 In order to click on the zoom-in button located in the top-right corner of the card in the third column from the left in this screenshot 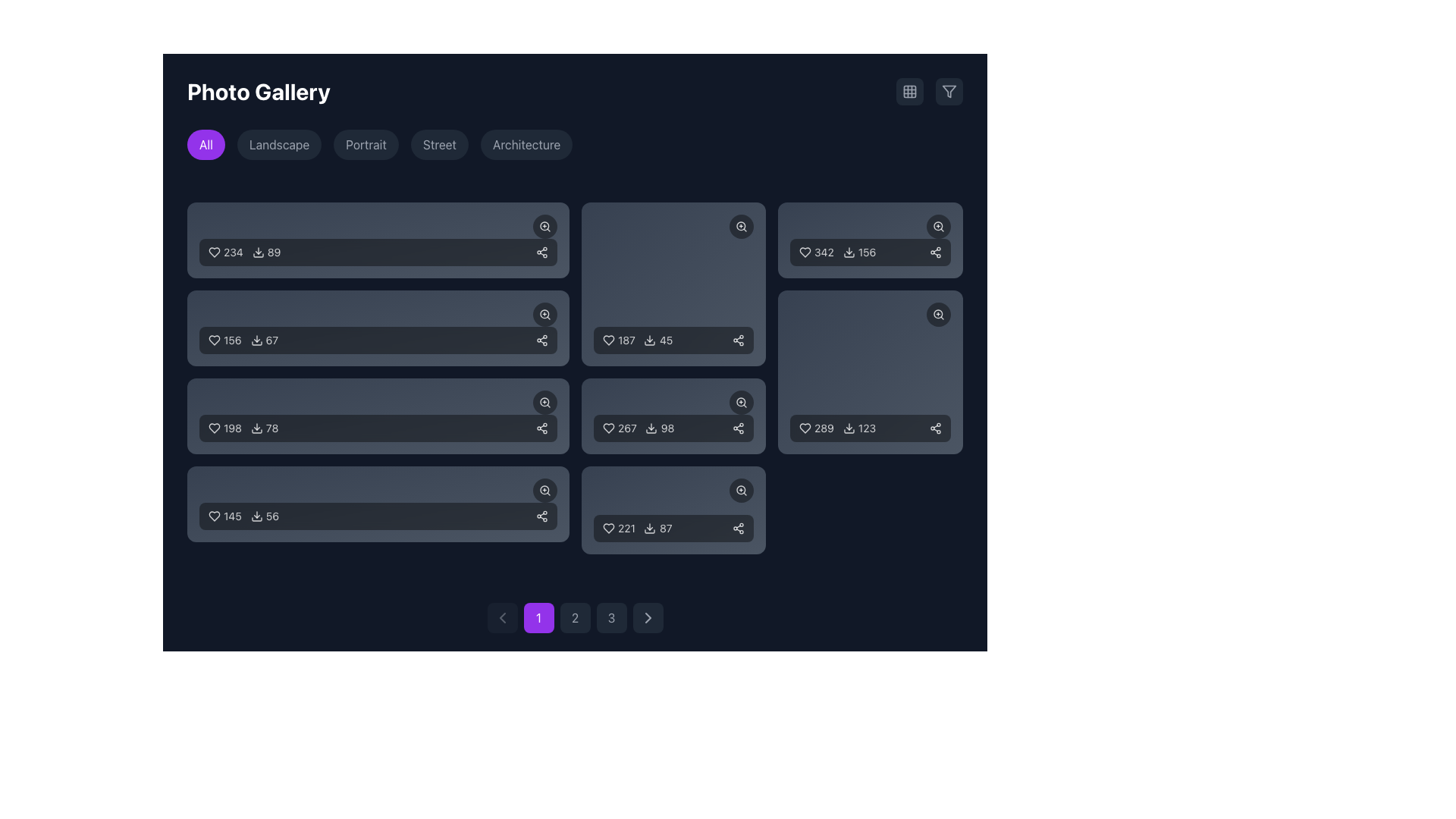, I will do `click(871, 227)`.